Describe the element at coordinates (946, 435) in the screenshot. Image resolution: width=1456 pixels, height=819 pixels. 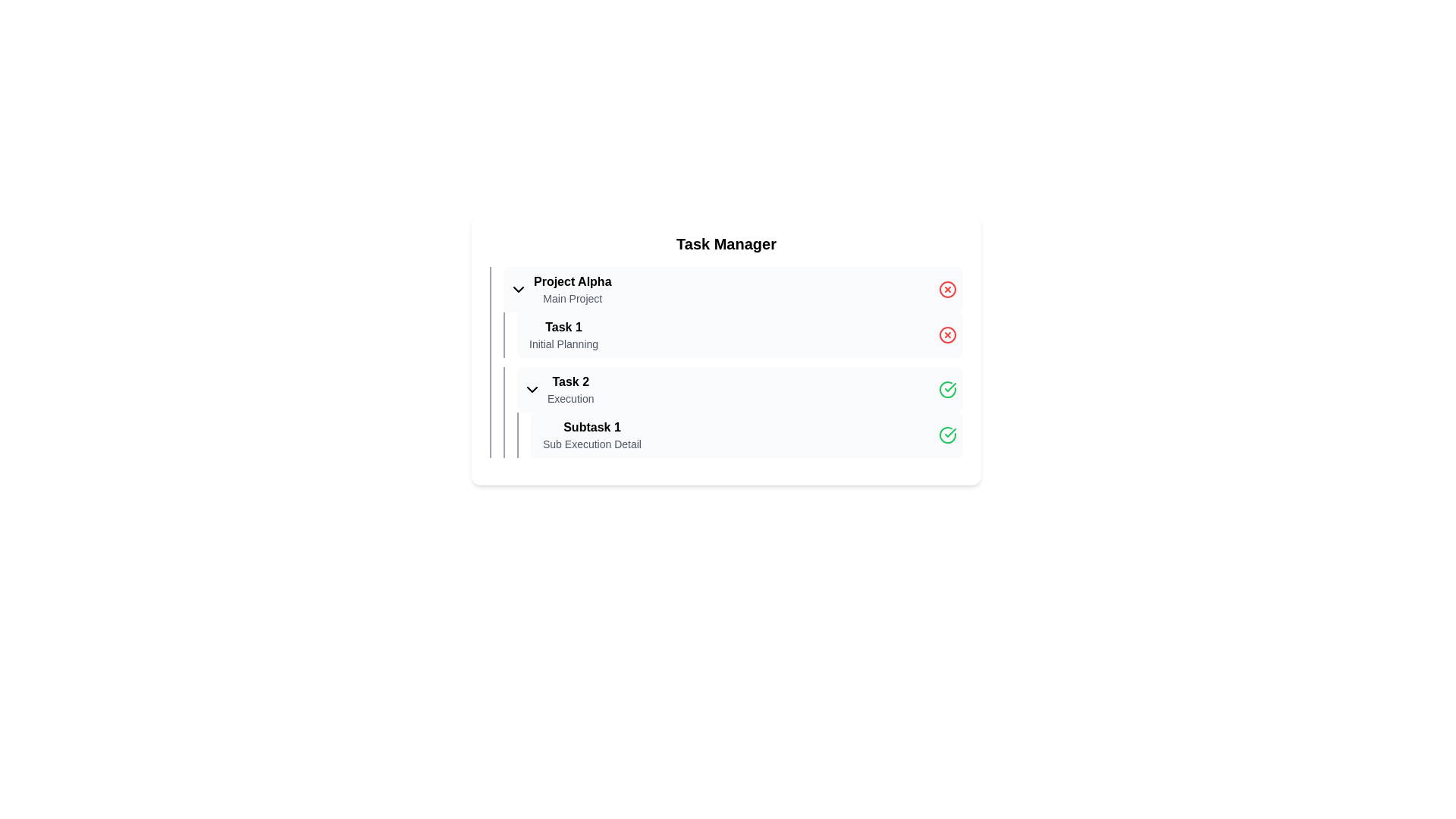
I see `the success indicator icon located at the far right side of the row labeled 'Subtask 1' in the task list` at that location.